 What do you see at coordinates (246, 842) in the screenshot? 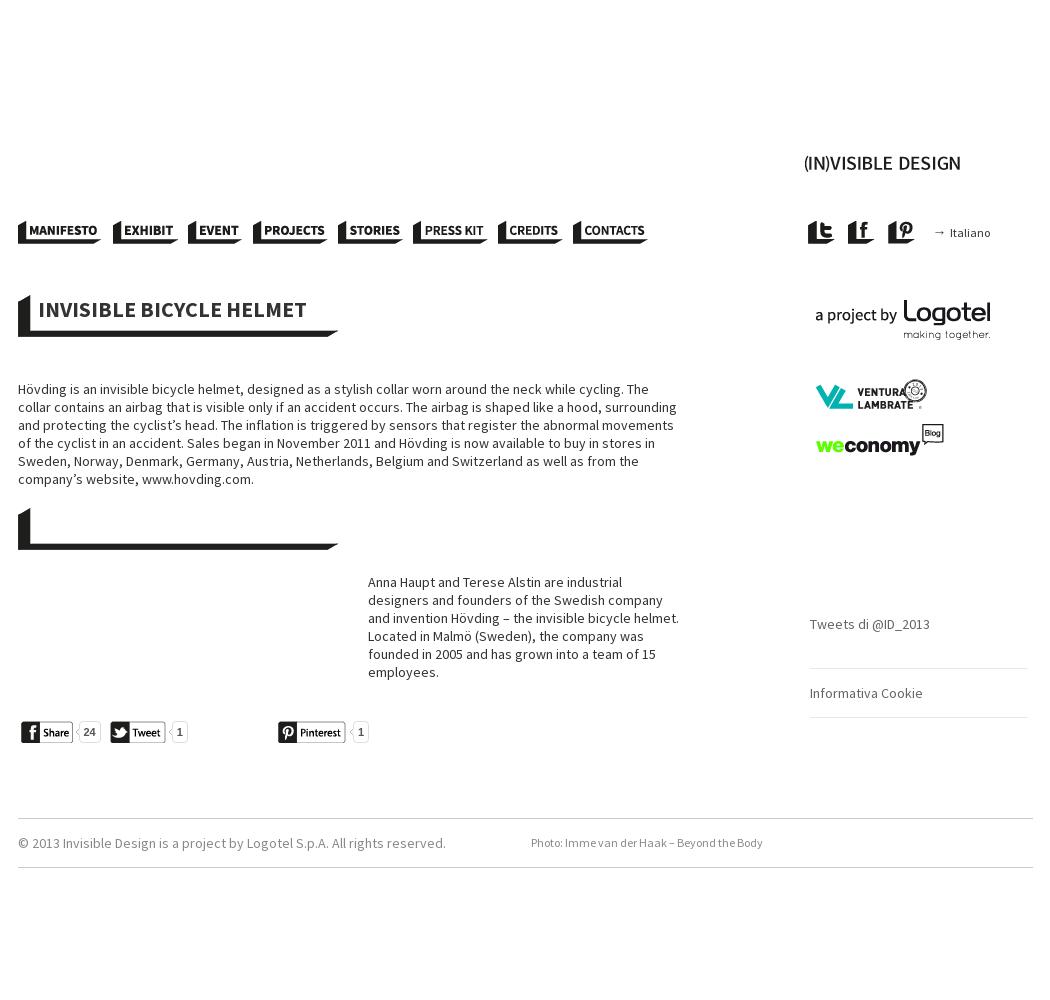
I see `'Logotel'` at bounding box center [246, 842].